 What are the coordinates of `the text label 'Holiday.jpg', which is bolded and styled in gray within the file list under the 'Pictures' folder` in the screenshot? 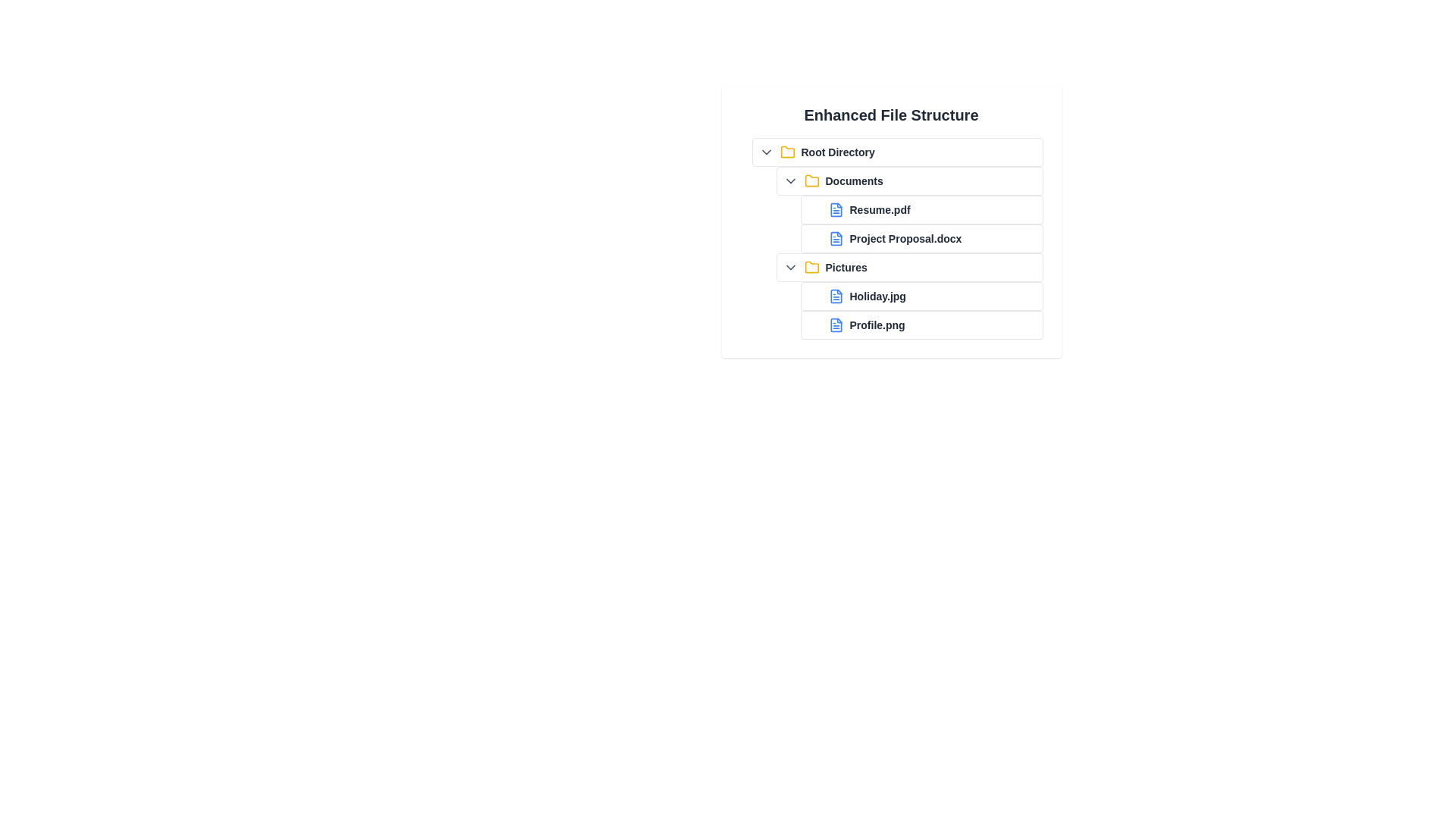 It's located at (877, 296).